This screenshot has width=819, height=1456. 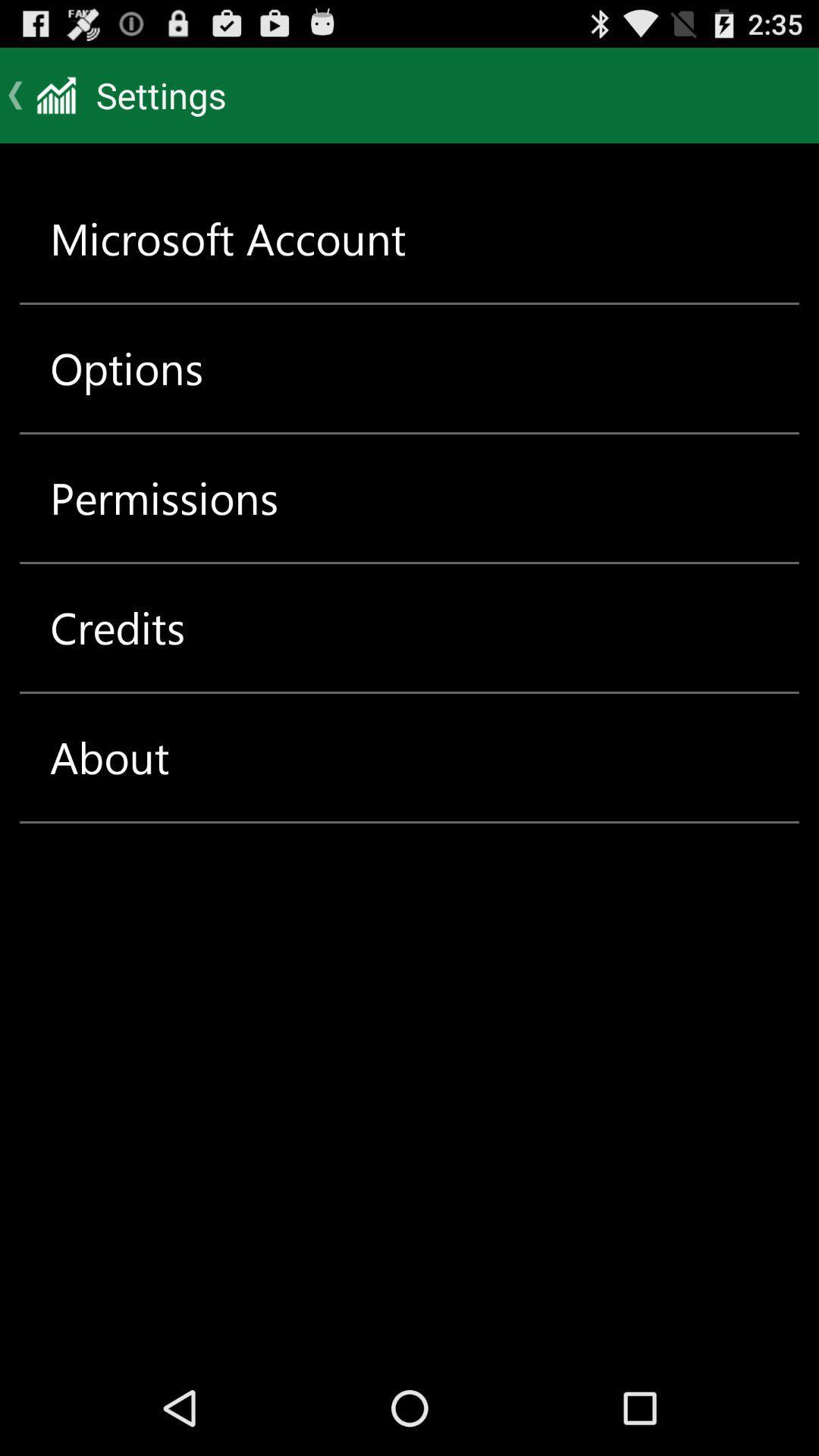 I want to click on item above the about icon, so click(x=117, y=628).